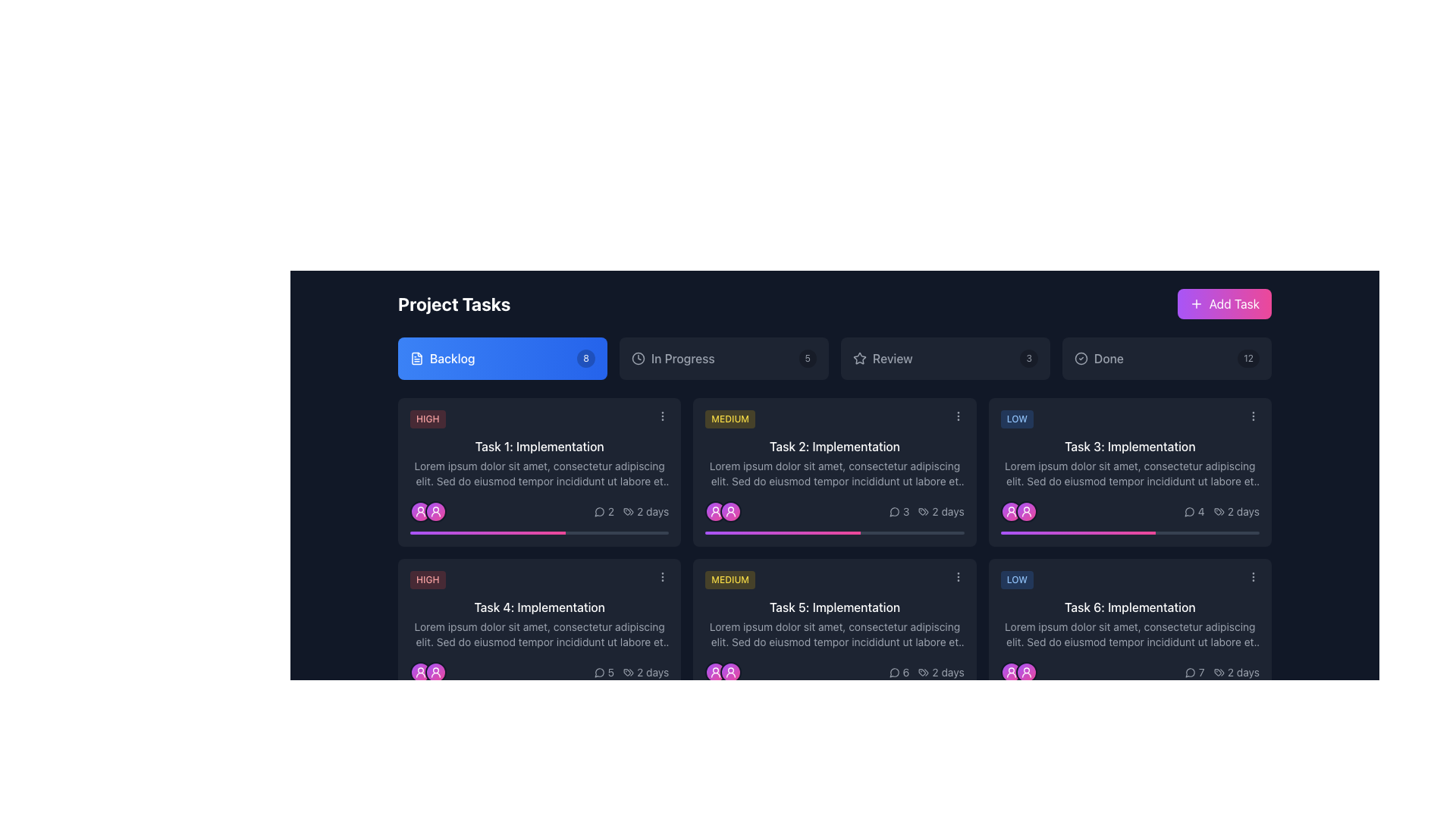 This screenshot has height=819, width=1456. What do you see at coordinates (1130, 632) in the screenshot?
I see `to select the last card in the third column of the task grid, which displays task details including title, description, and priority level` at bounding box center [1130, 632].